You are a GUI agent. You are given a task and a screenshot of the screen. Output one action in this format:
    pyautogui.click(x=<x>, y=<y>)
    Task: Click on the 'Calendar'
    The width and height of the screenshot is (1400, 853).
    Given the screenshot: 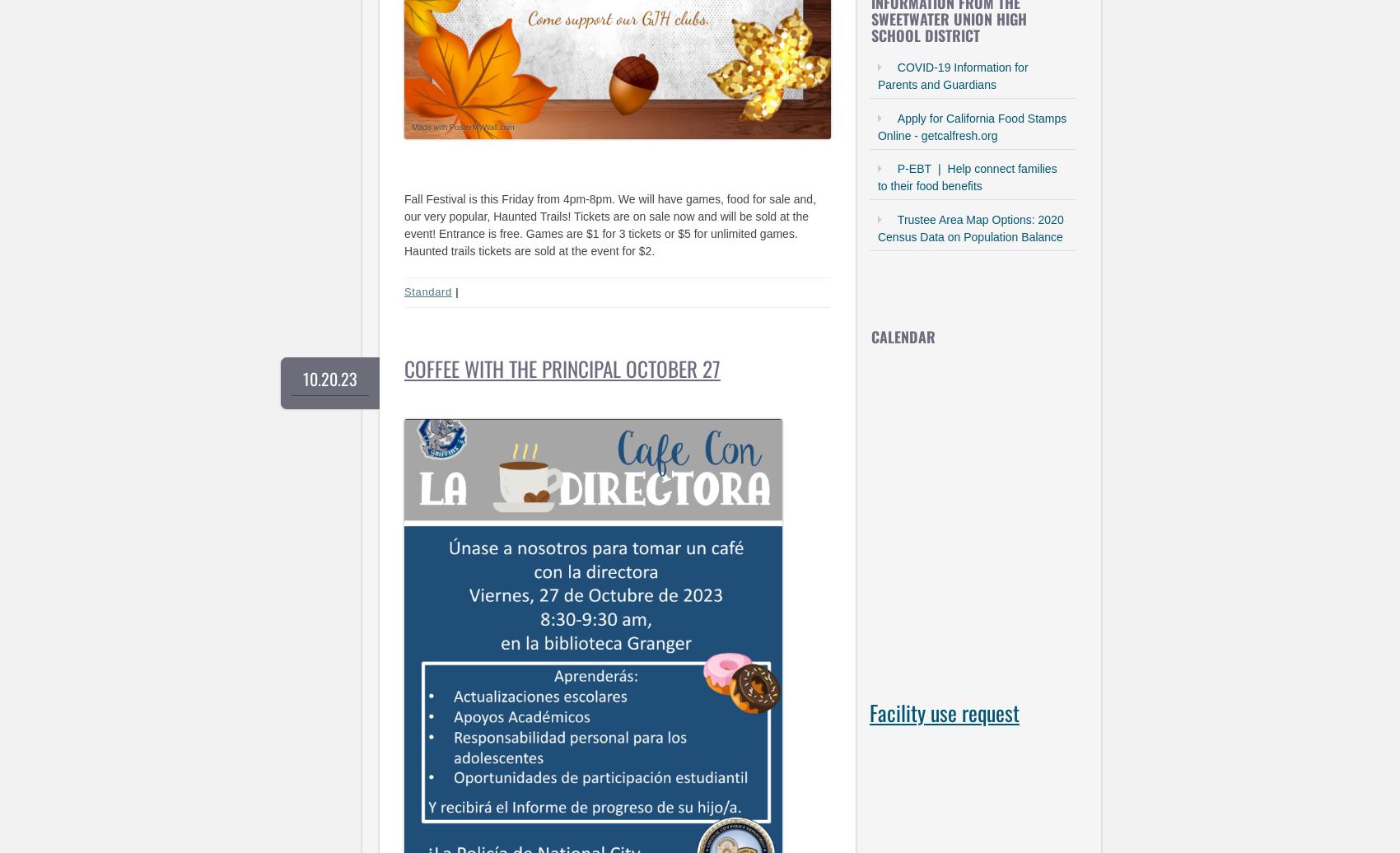 What is the action you would take?
    pyautogui.click(x=902, y=335)
    